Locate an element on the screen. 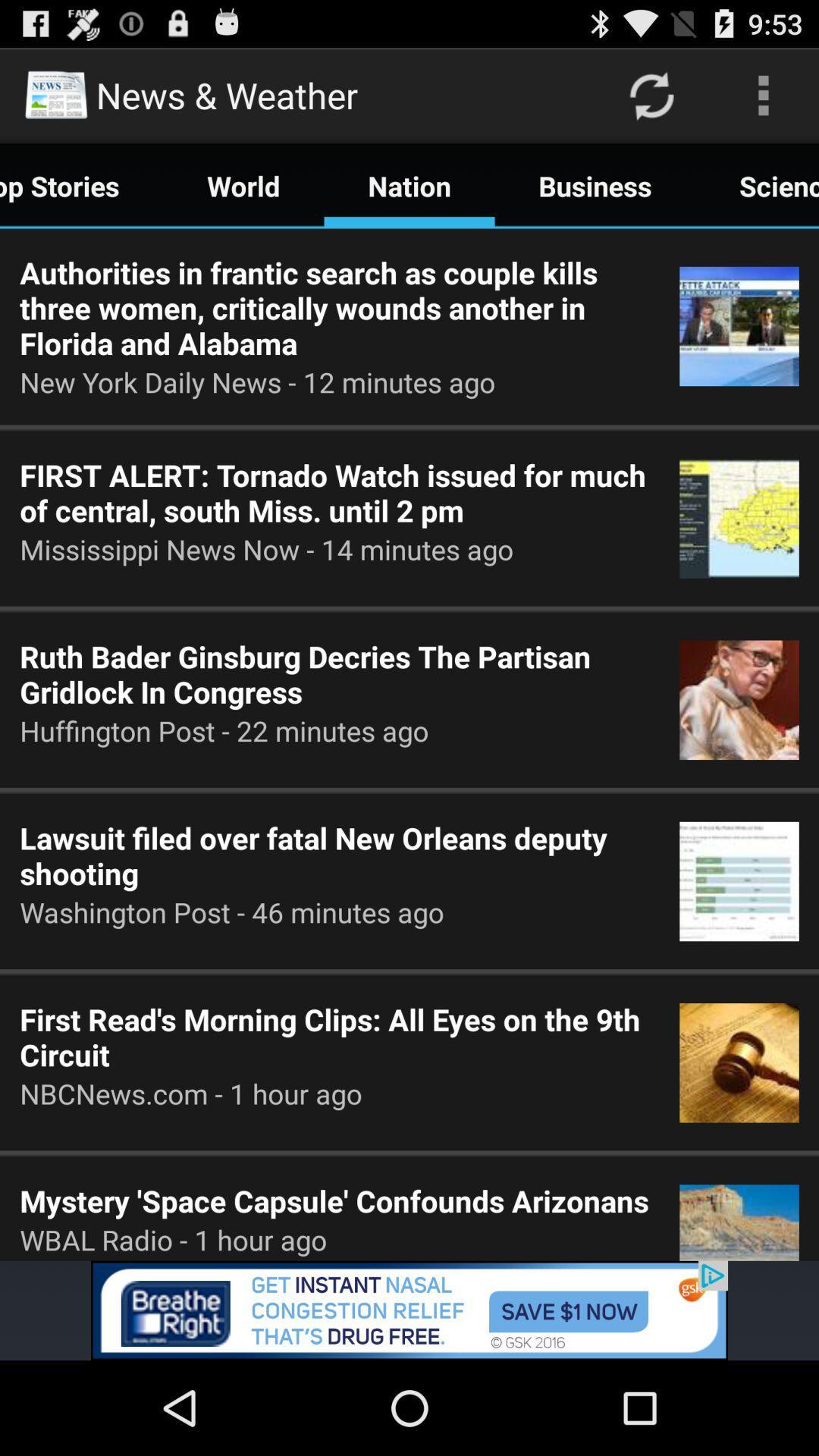 The width and height of the screenshot is (819, 1456). the 2nd picture from the top is located at coordinates (739, 519).